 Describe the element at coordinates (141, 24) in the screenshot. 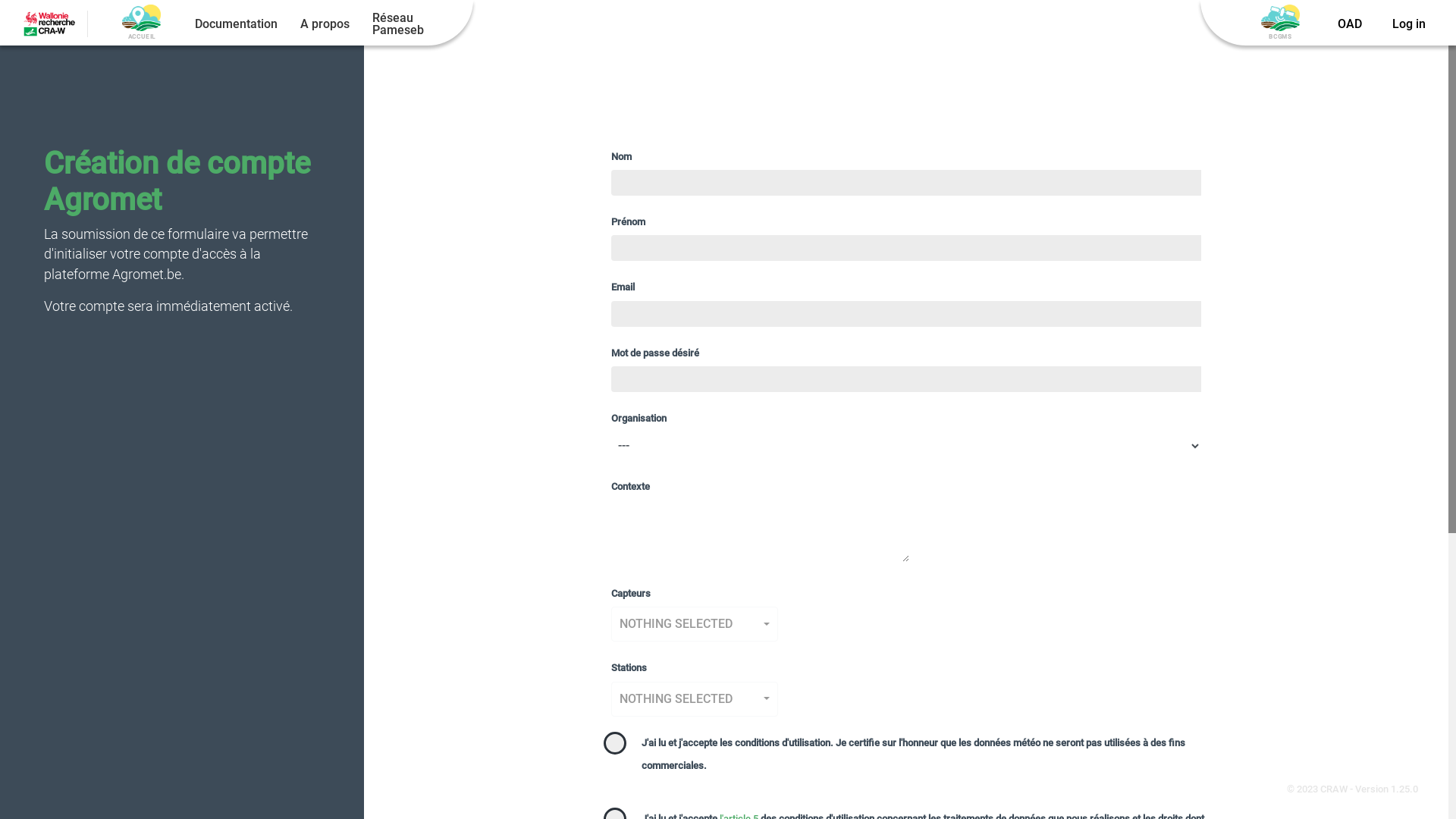

I see `'ACCUEIL'` at that location.